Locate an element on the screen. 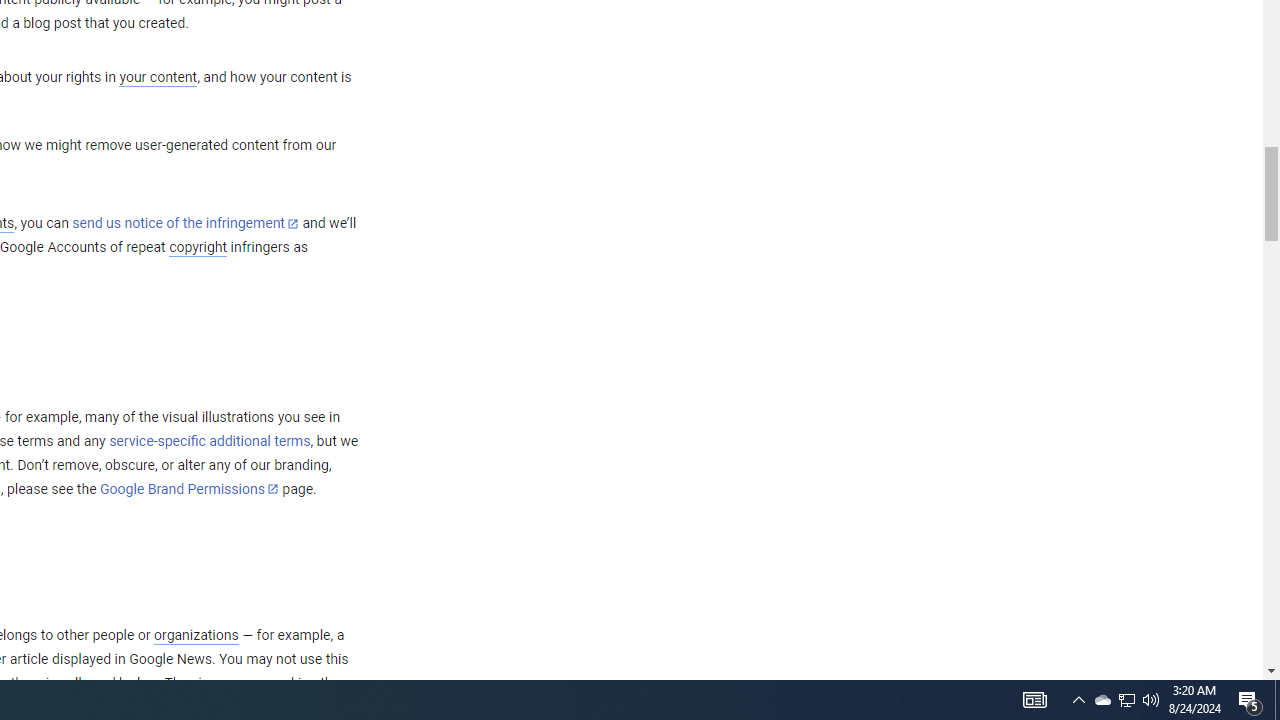 Image resolution: width=1280 pixels, height=720 pixels. 'service-specific additional terms' is located at coordinates (209, 440).